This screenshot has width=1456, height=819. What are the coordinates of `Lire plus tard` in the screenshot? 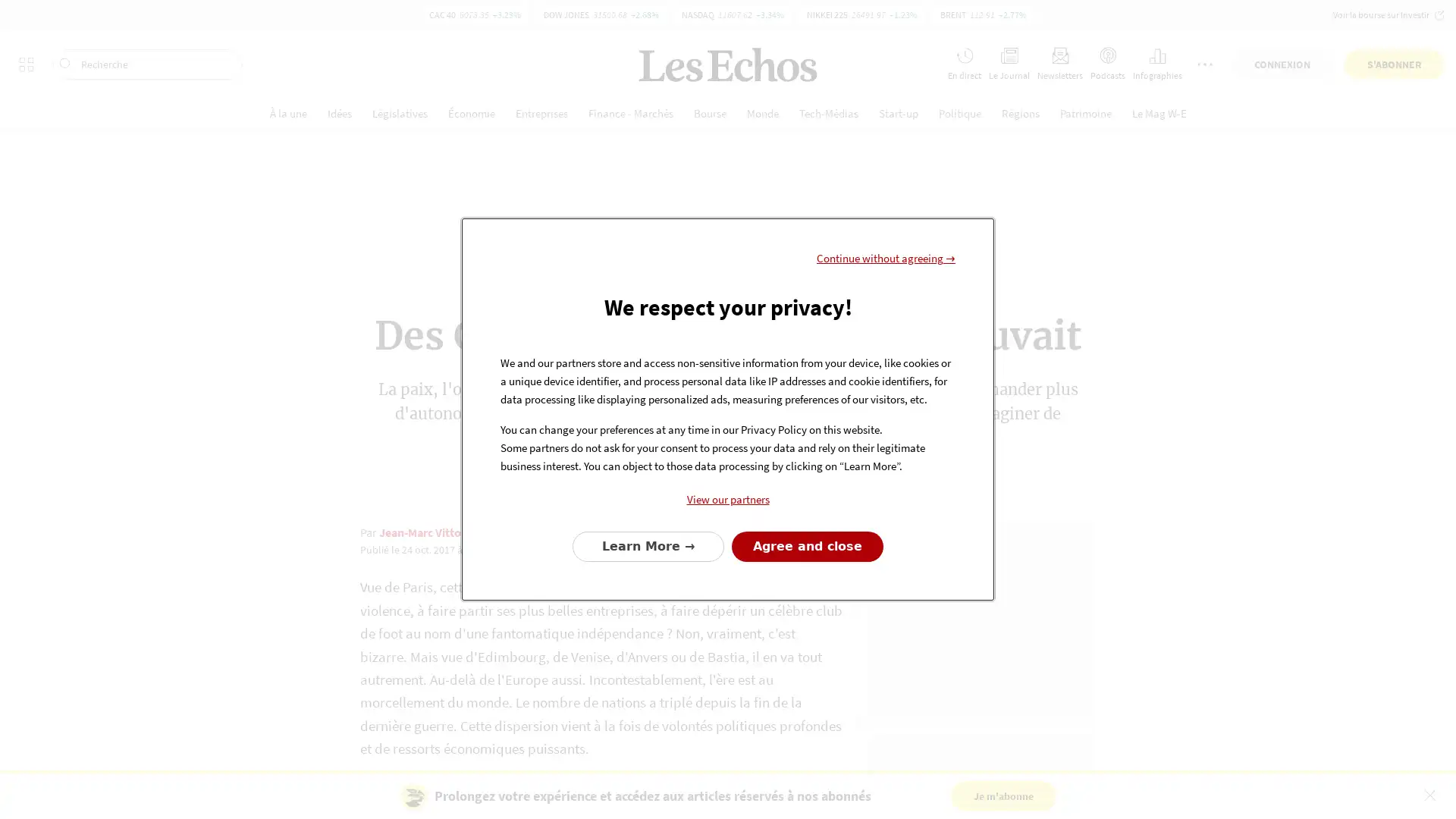 It's located at (579, 485).